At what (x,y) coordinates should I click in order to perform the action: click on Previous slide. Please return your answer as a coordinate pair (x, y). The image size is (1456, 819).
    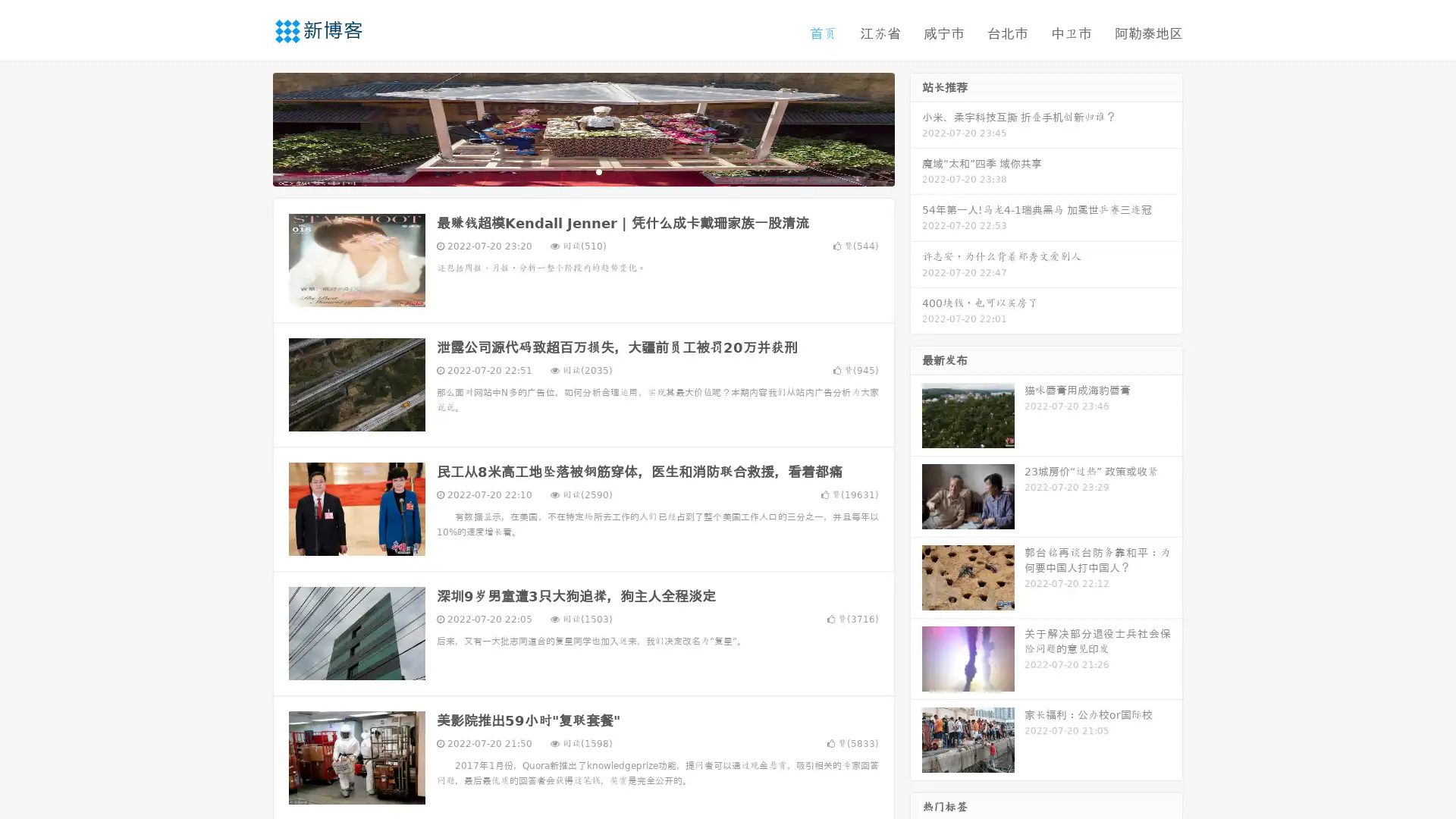
    Looking at the image, I should click on (250, 127).